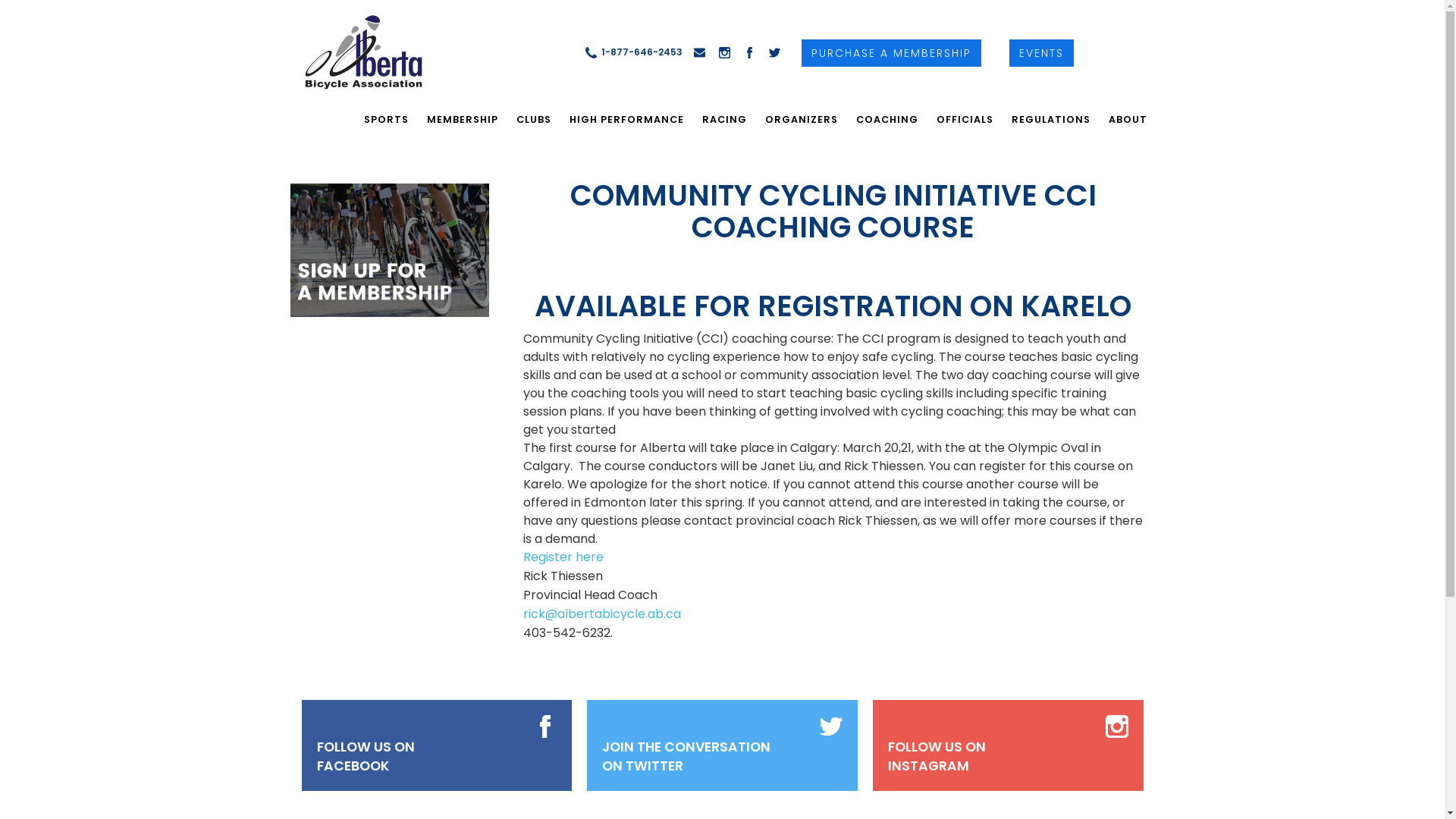  I want to click on 'REGULATIONS', so click(1050, 119).